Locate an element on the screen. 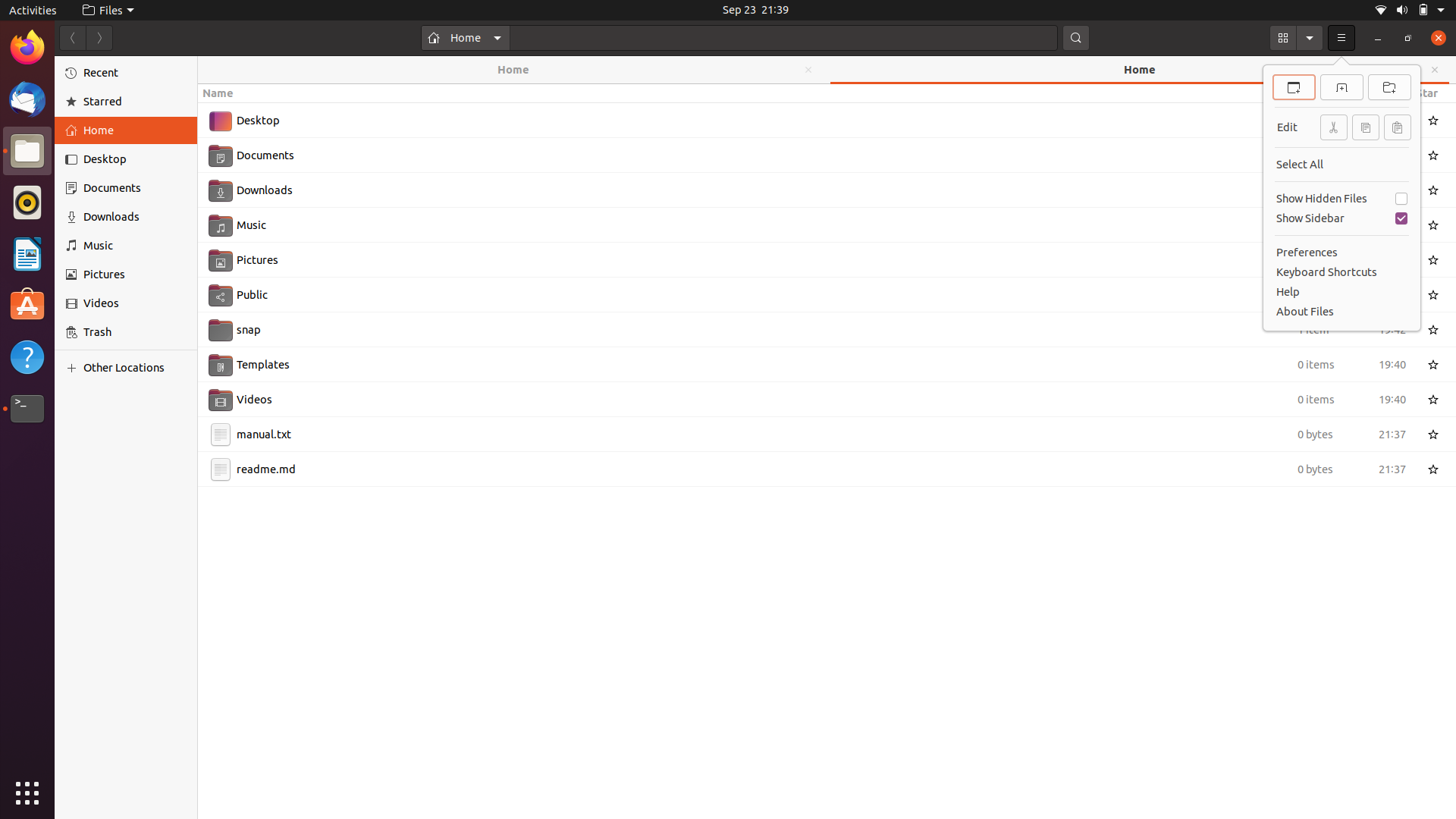  Use the keyboard keys to select the second option from the menu that is accessed by a mouse click is located at coordinates (1341, 37).